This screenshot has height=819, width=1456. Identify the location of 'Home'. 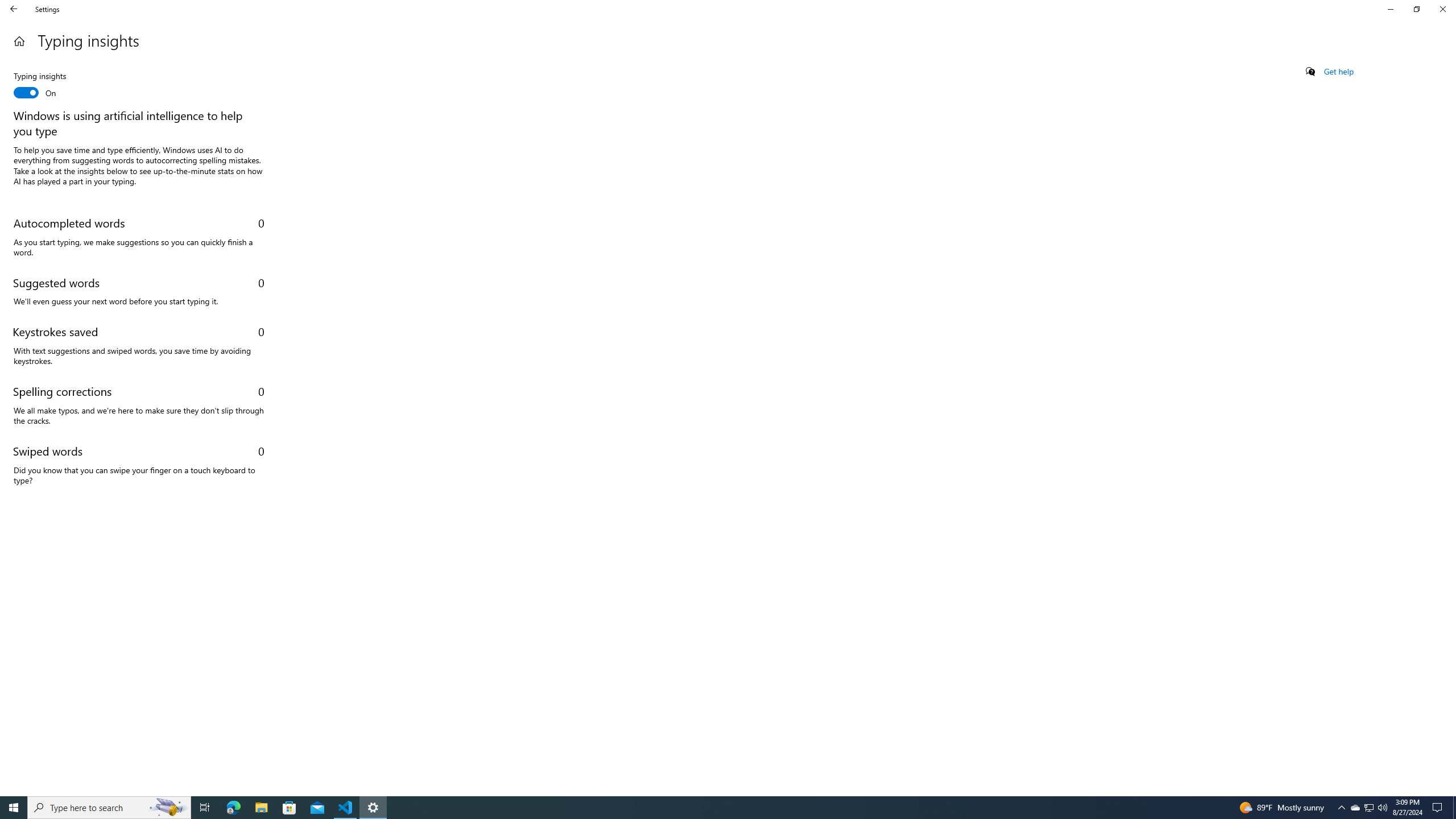
(19, 41).